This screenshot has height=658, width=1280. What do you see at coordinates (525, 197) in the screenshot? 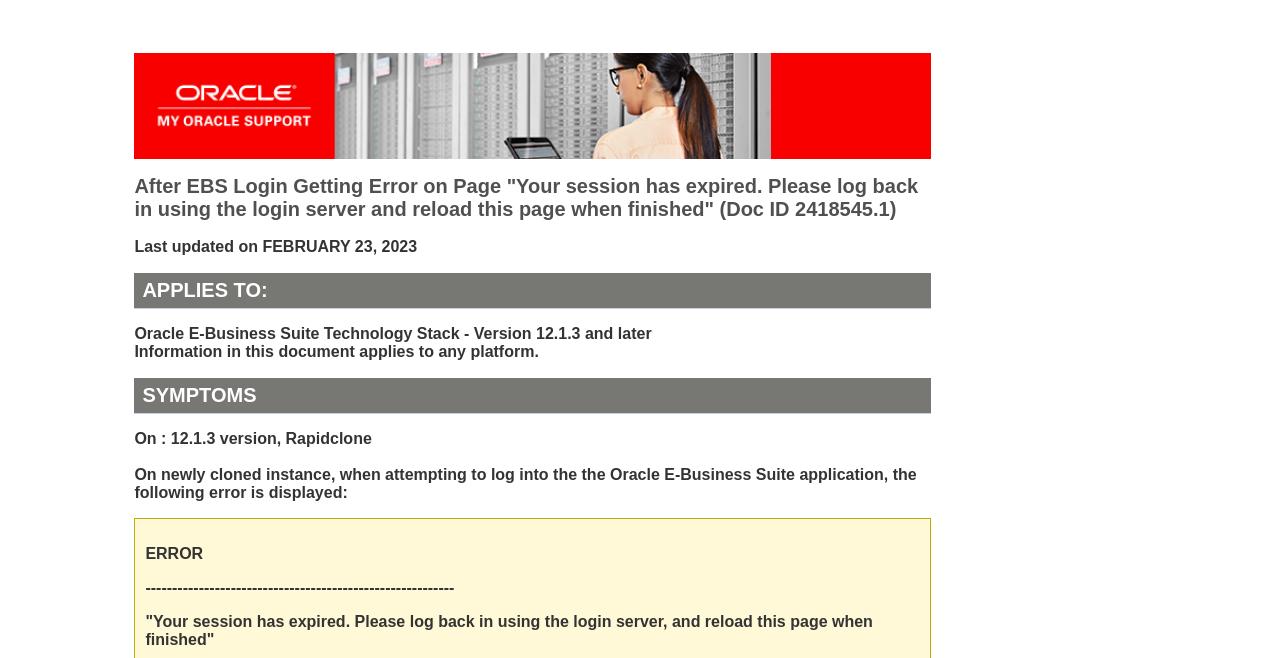
I see `'After EBS Login Getting Error on Page "Your session has expired. Please log back in using the login server and reload this page when finished"'` at bounding box center [525, 197].